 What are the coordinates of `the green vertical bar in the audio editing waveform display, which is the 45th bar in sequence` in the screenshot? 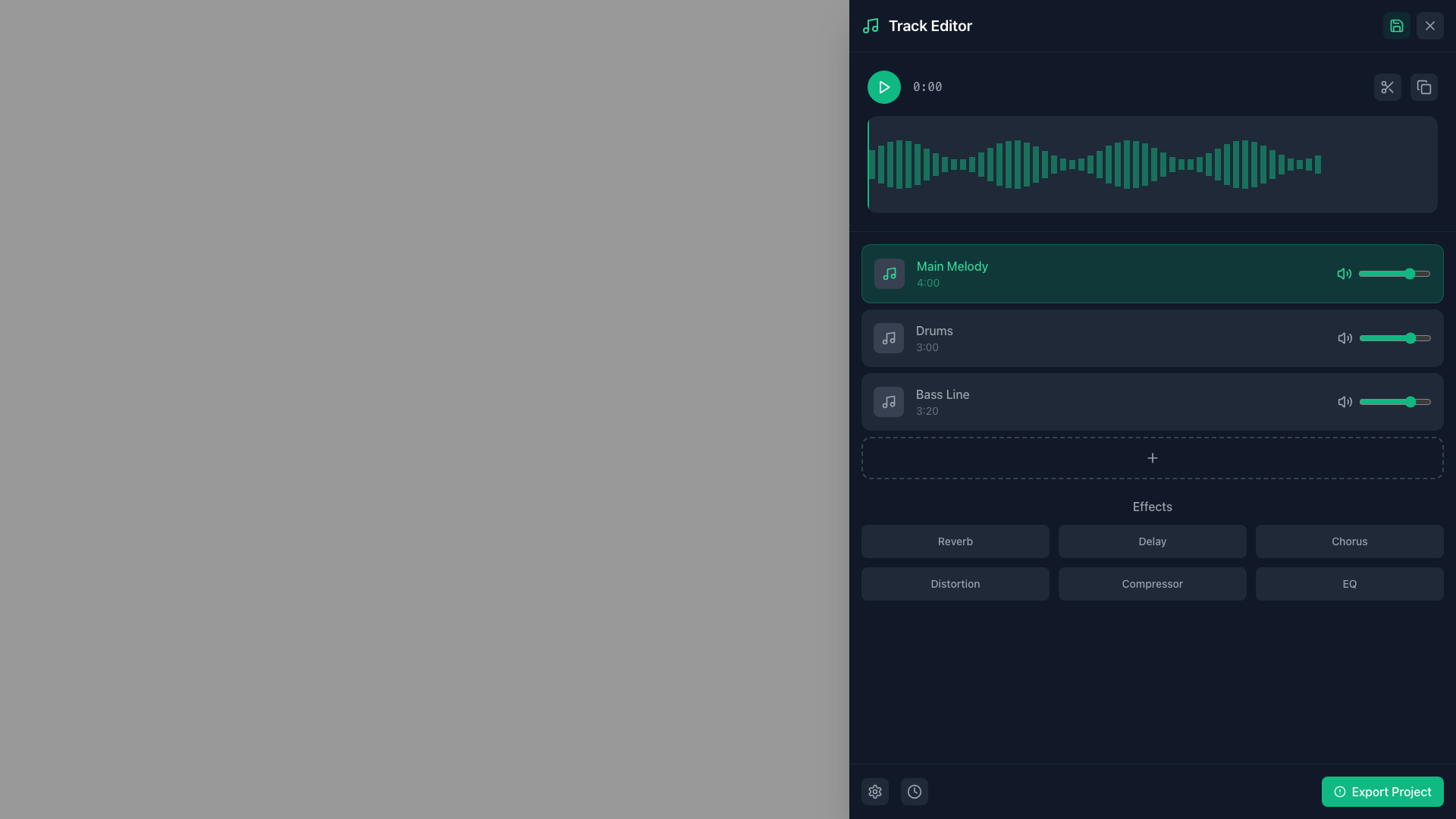 It's located at (1189, 164).